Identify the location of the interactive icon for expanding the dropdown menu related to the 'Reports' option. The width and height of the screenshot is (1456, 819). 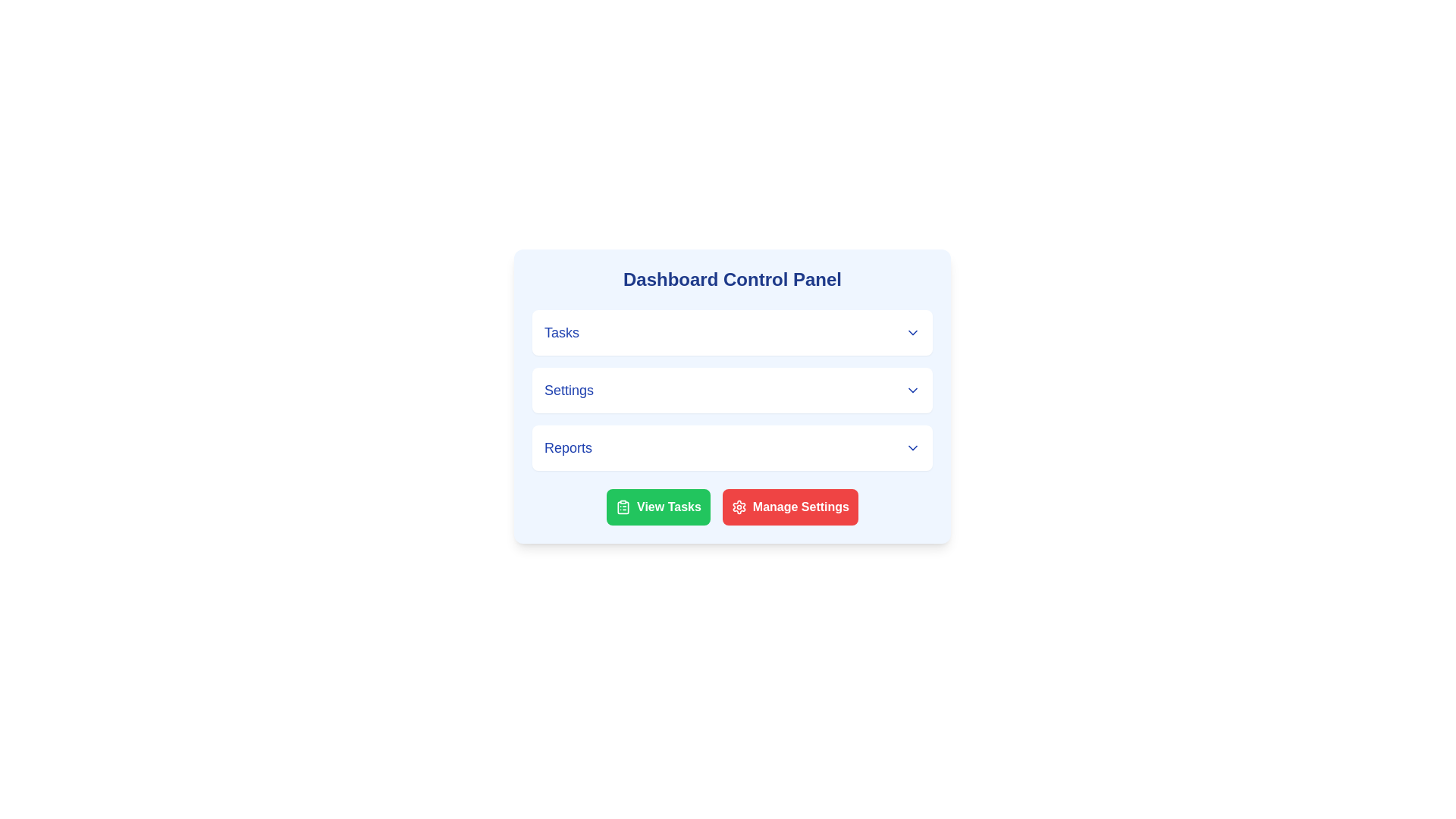
(912, 447).